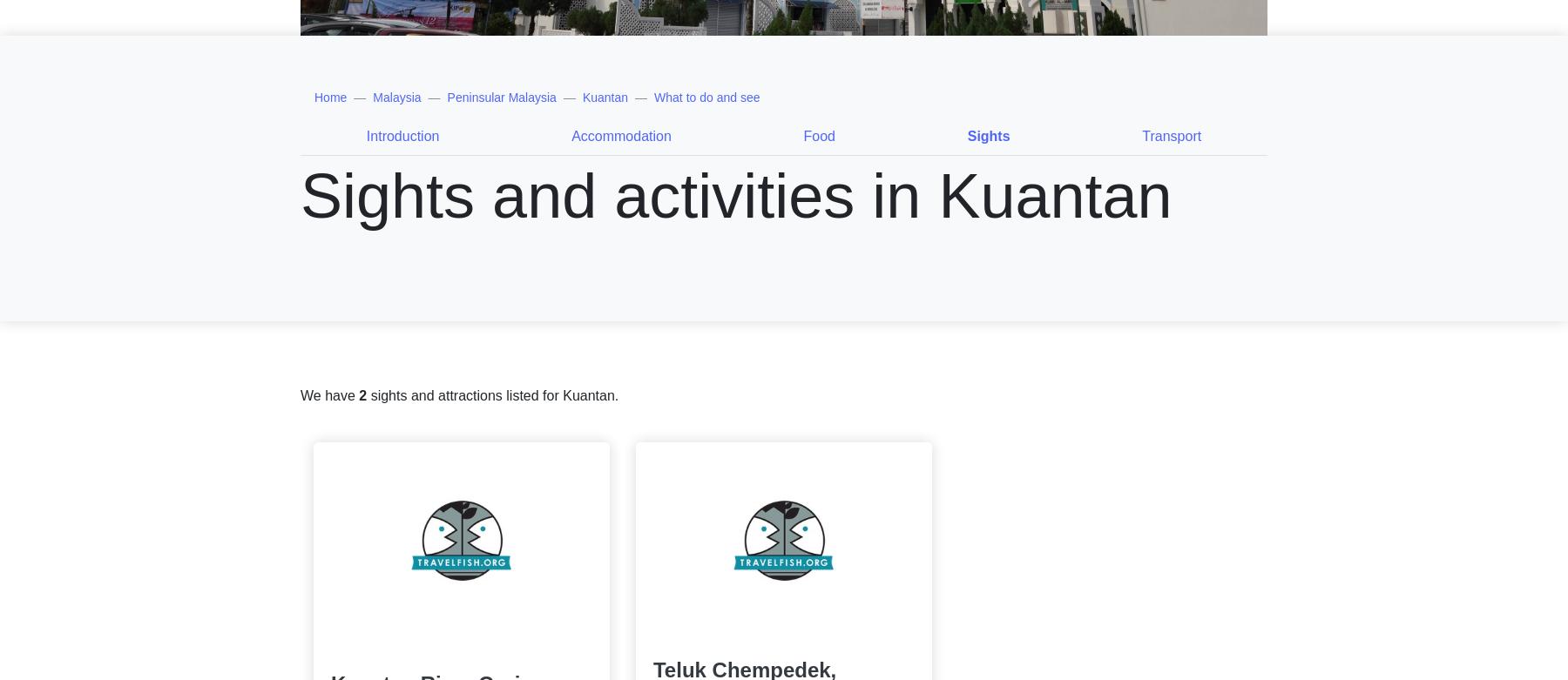 The image size is (1568, 680). I want to click on 'Malaysia', so click(395, 97).